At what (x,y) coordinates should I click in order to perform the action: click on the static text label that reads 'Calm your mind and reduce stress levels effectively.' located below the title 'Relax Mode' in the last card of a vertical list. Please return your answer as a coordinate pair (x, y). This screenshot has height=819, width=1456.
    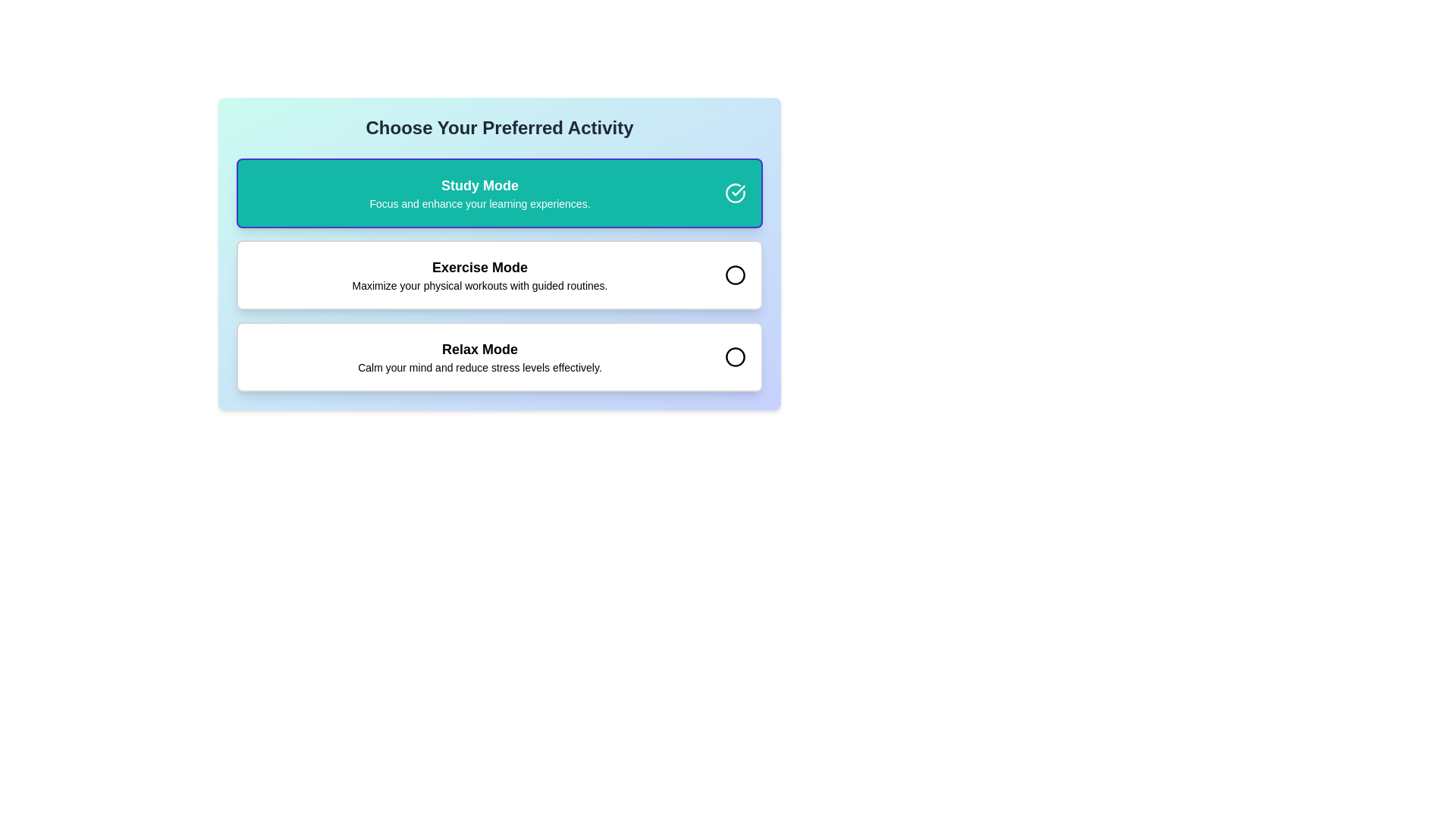
    Looking at the image, I should click on (479, 368).